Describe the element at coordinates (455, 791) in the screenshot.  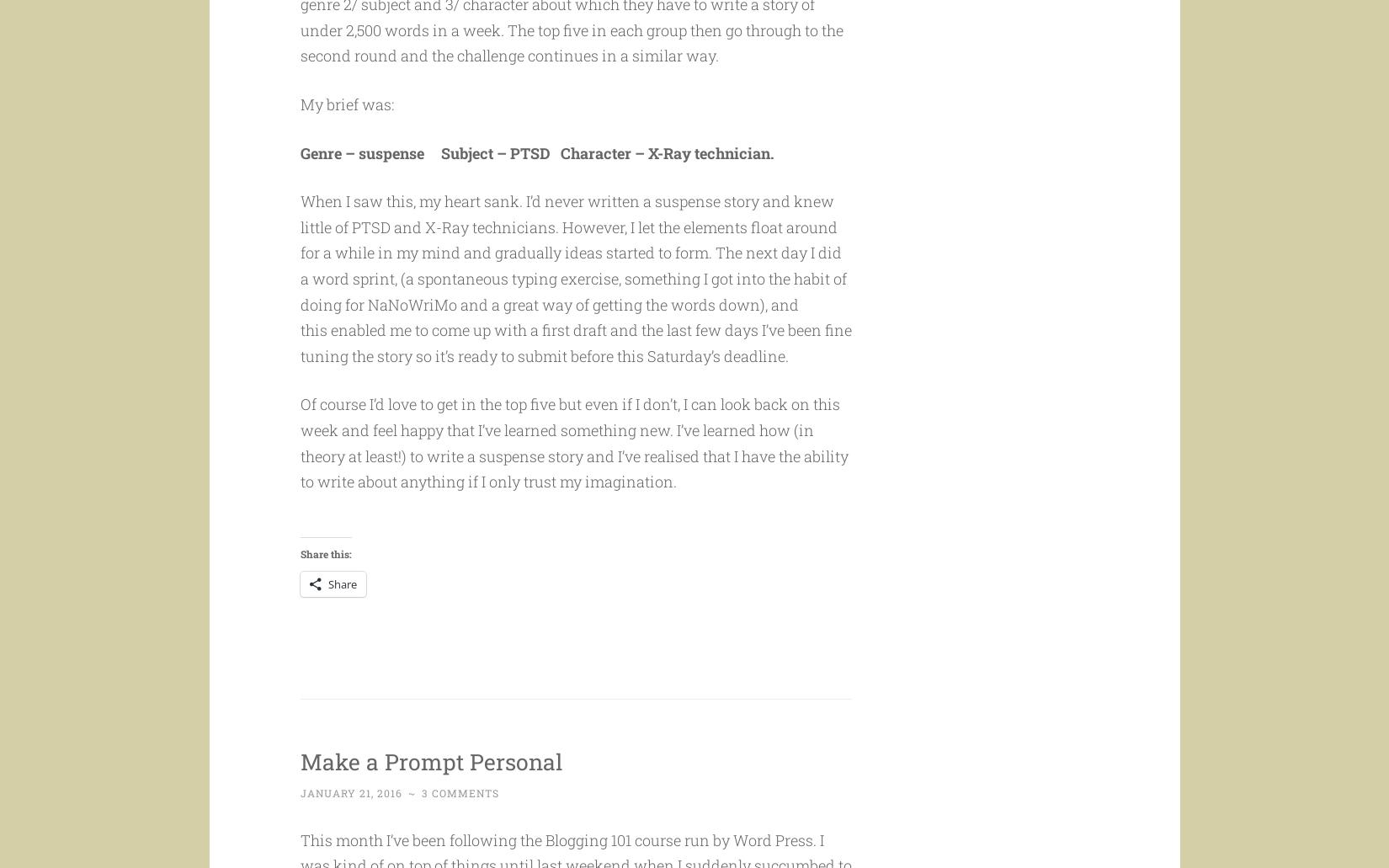
I see `'Make a Prompt Personal'` at that location.